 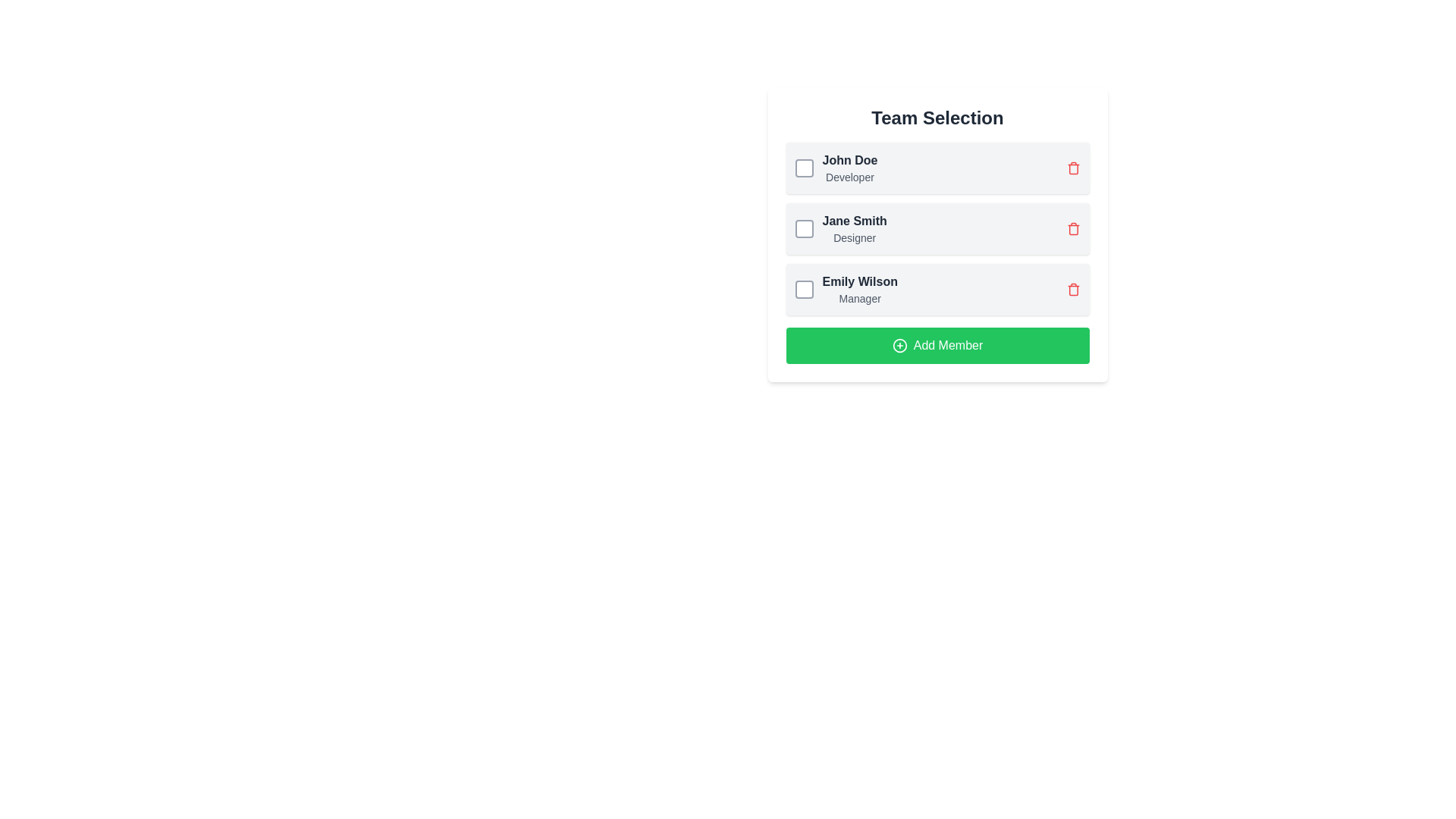 What do you see at coordinates (849, 177) in the screenshot?
I see `the text label that displays 'Developer', which is located directly below the name 'John Doe' in the 'Team Selection' interface` at bounding box center [849, 177].